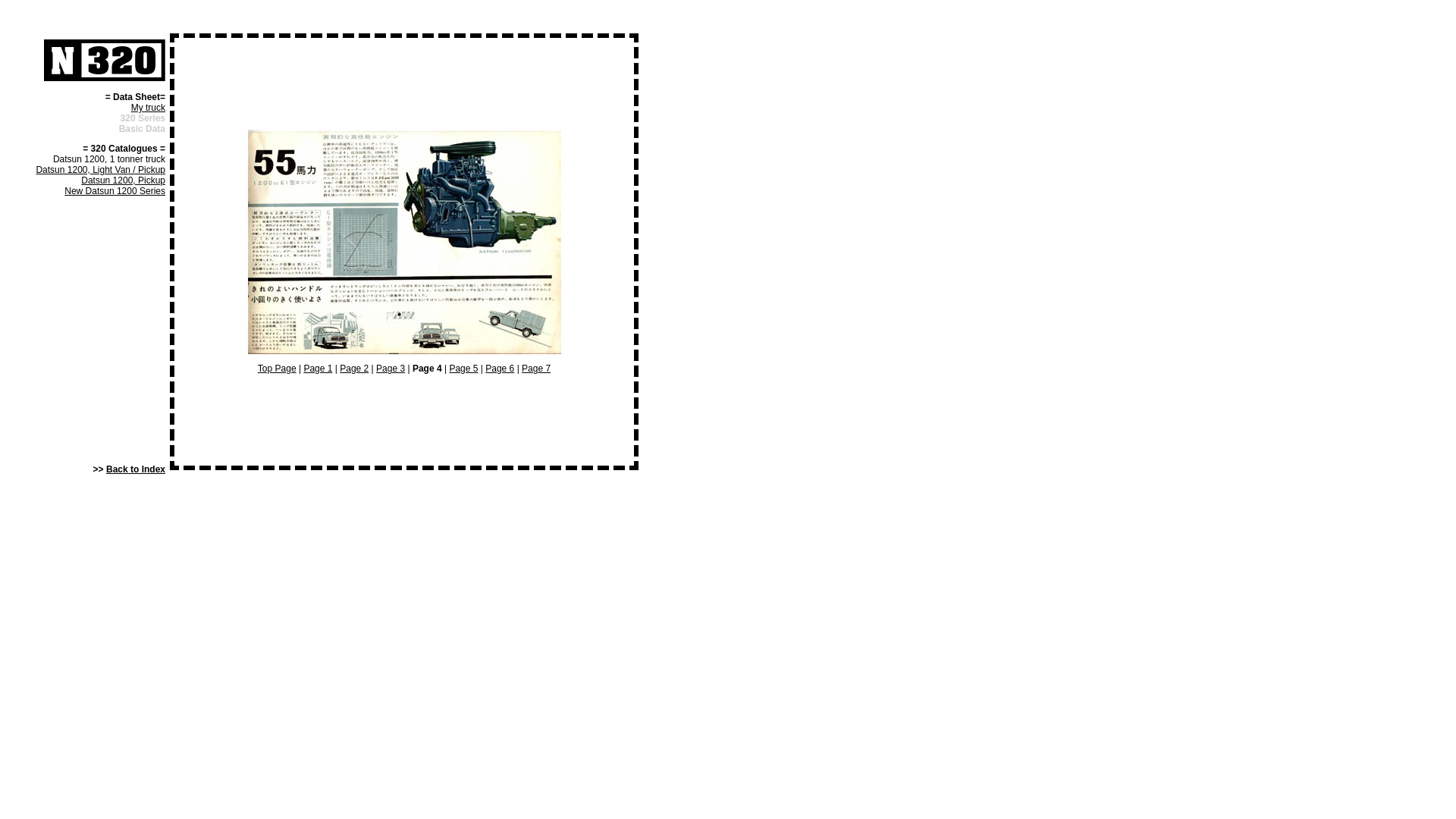 The width and height of the screenshot is (1456, 819). Describe the element at coordinates (390, 369) in the screenshot. I see `'Page 3'` at that location.